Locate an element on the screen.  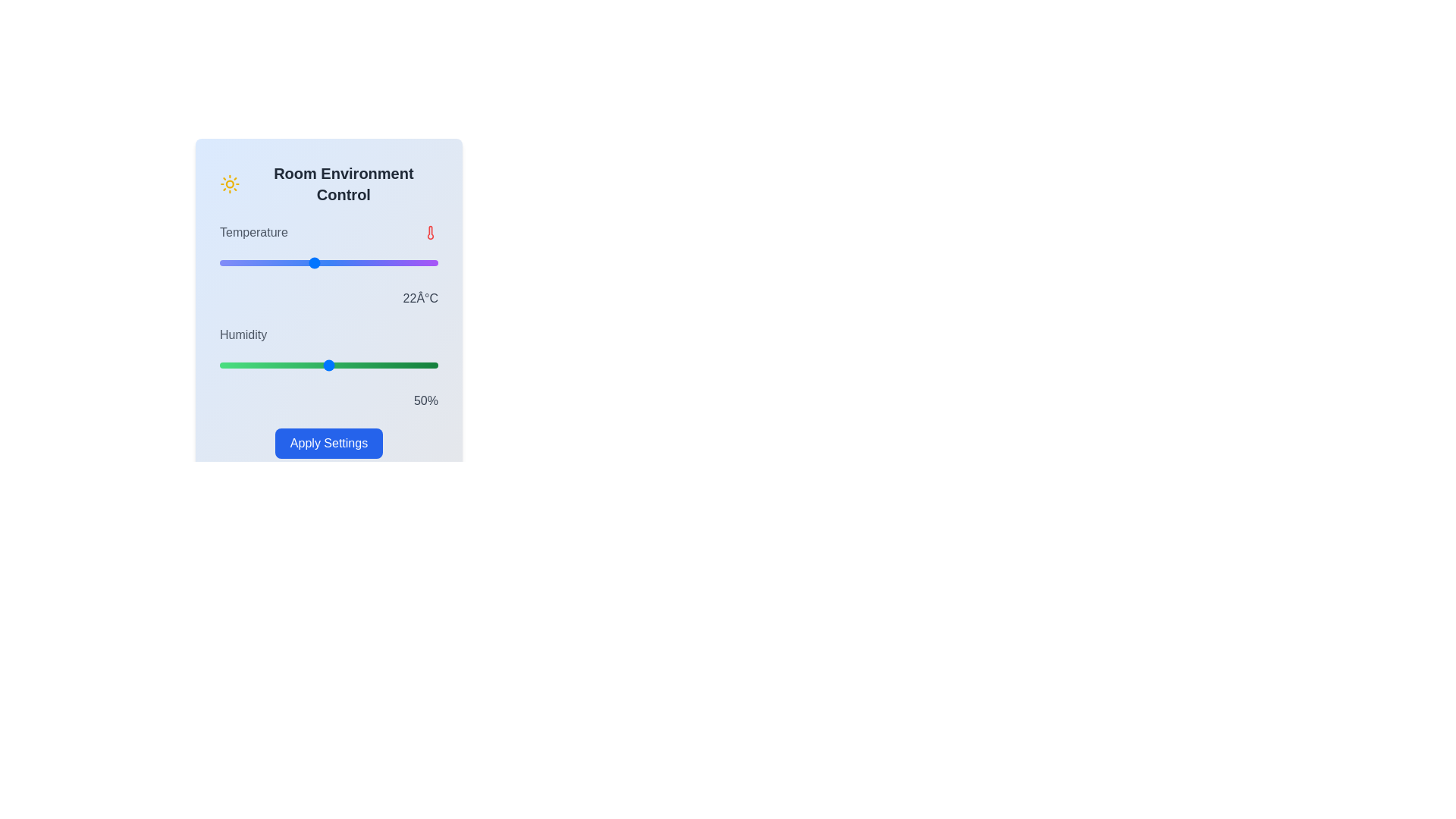
the humidity slider to set the humidity to 9% is located at coordinates (238, 366).